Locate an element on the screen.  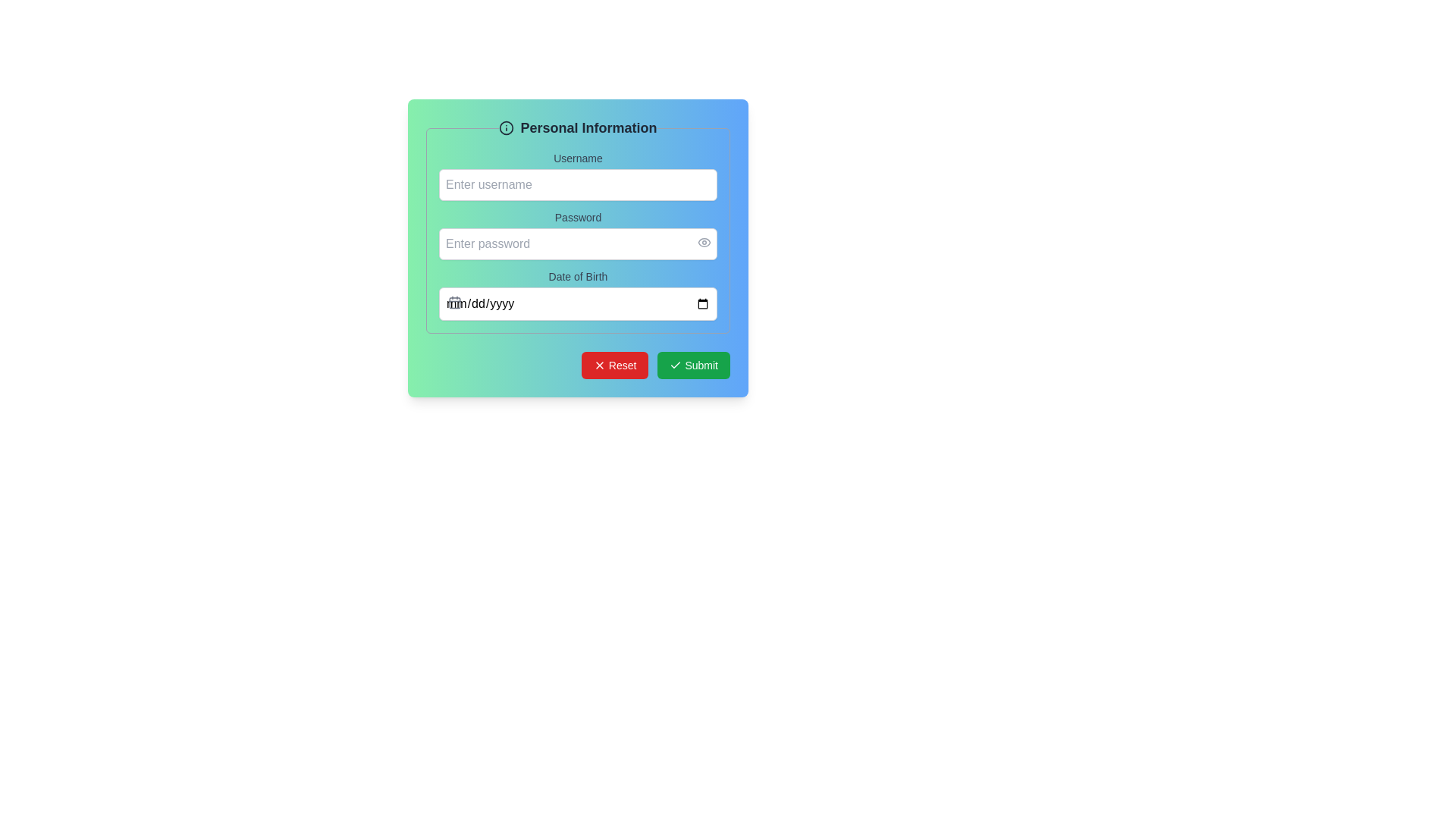
the text label displaying 'Submit' which is situated within a green button at the bottom-right of the form is located at coordinates (701, 366).